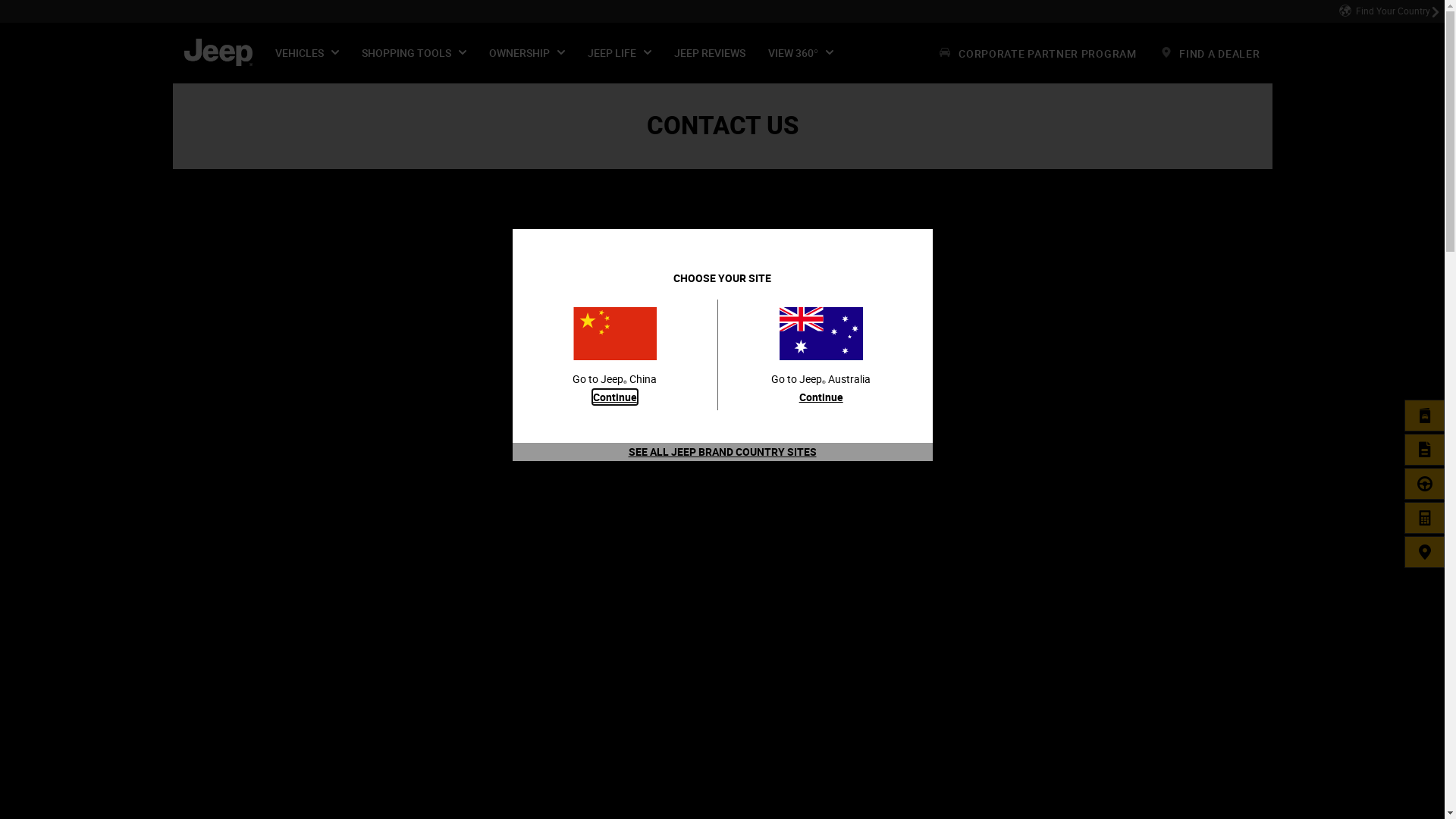  I want to click on 'SHOPPING TOOLS', so click(414, 52).